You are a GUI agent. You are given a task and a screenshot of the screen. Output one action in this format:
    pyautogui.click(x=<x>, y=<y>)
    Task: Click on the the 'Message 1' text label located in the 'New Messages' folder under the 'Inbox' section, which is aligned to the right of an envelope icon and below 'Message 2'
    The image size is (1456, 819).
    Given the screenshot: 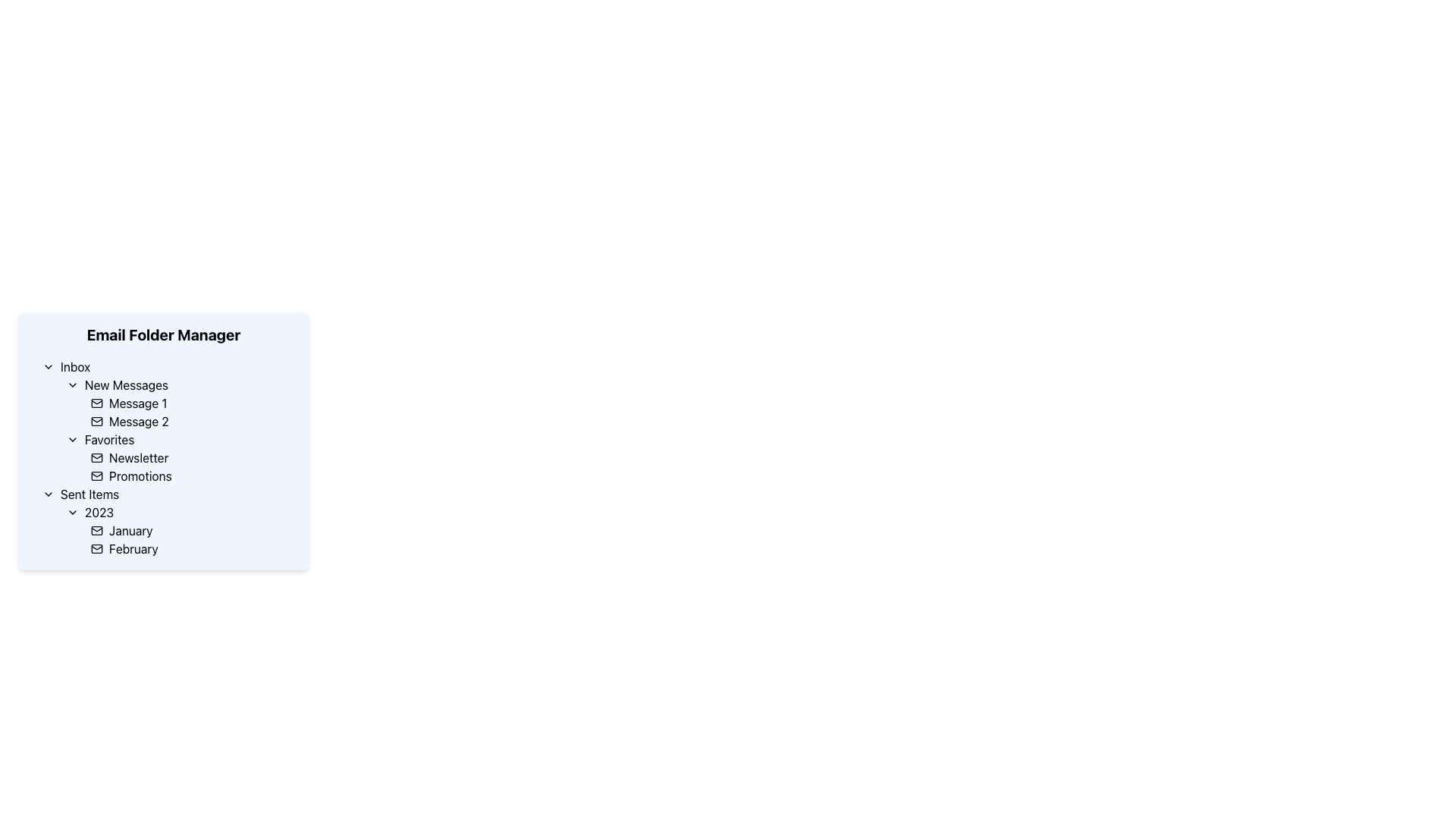 What is the action you would take?
    pyautogui.click(x=138, y=403)
    